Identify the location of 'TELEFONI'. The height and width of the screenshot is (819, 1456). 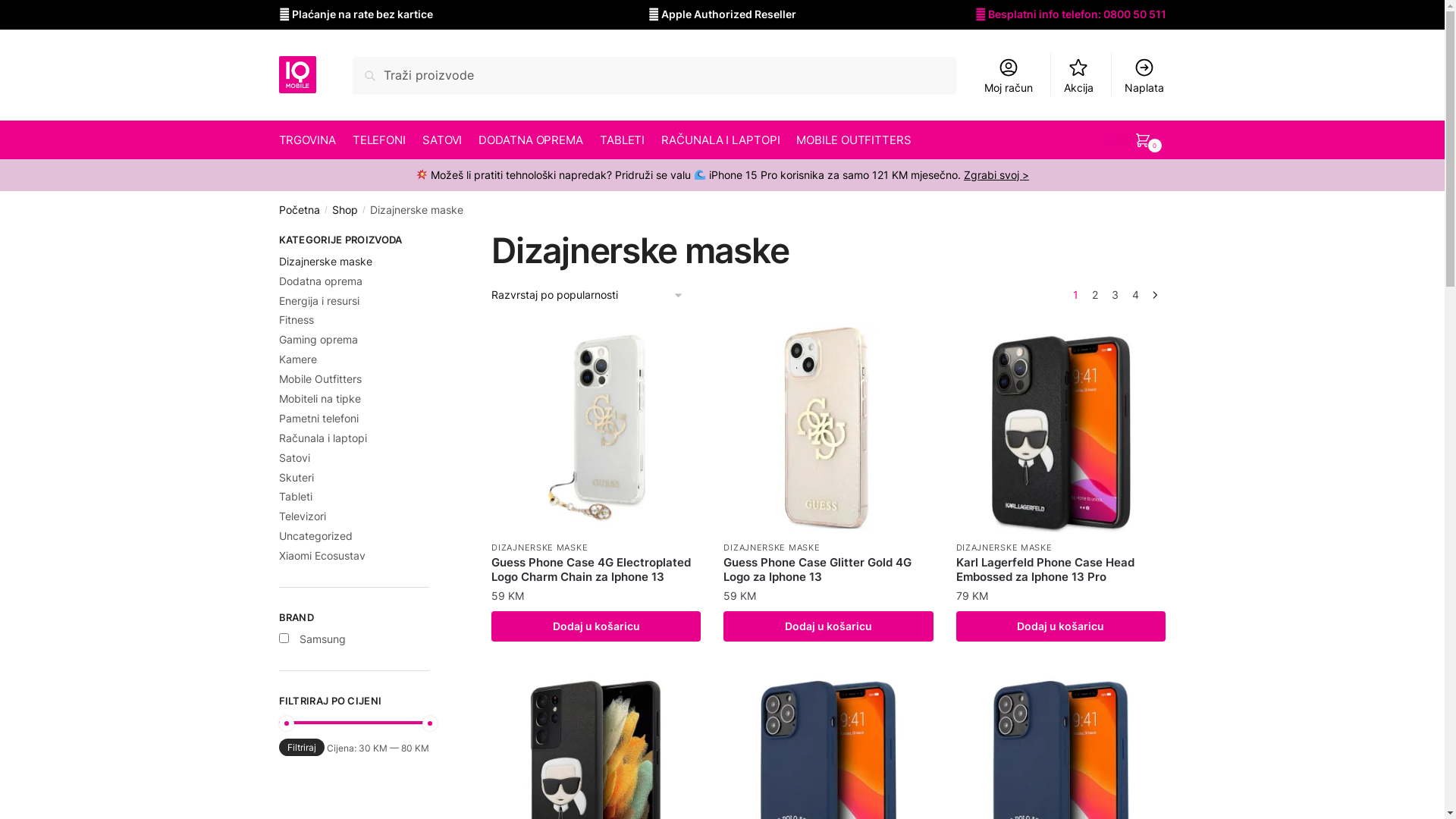
(378, 140).